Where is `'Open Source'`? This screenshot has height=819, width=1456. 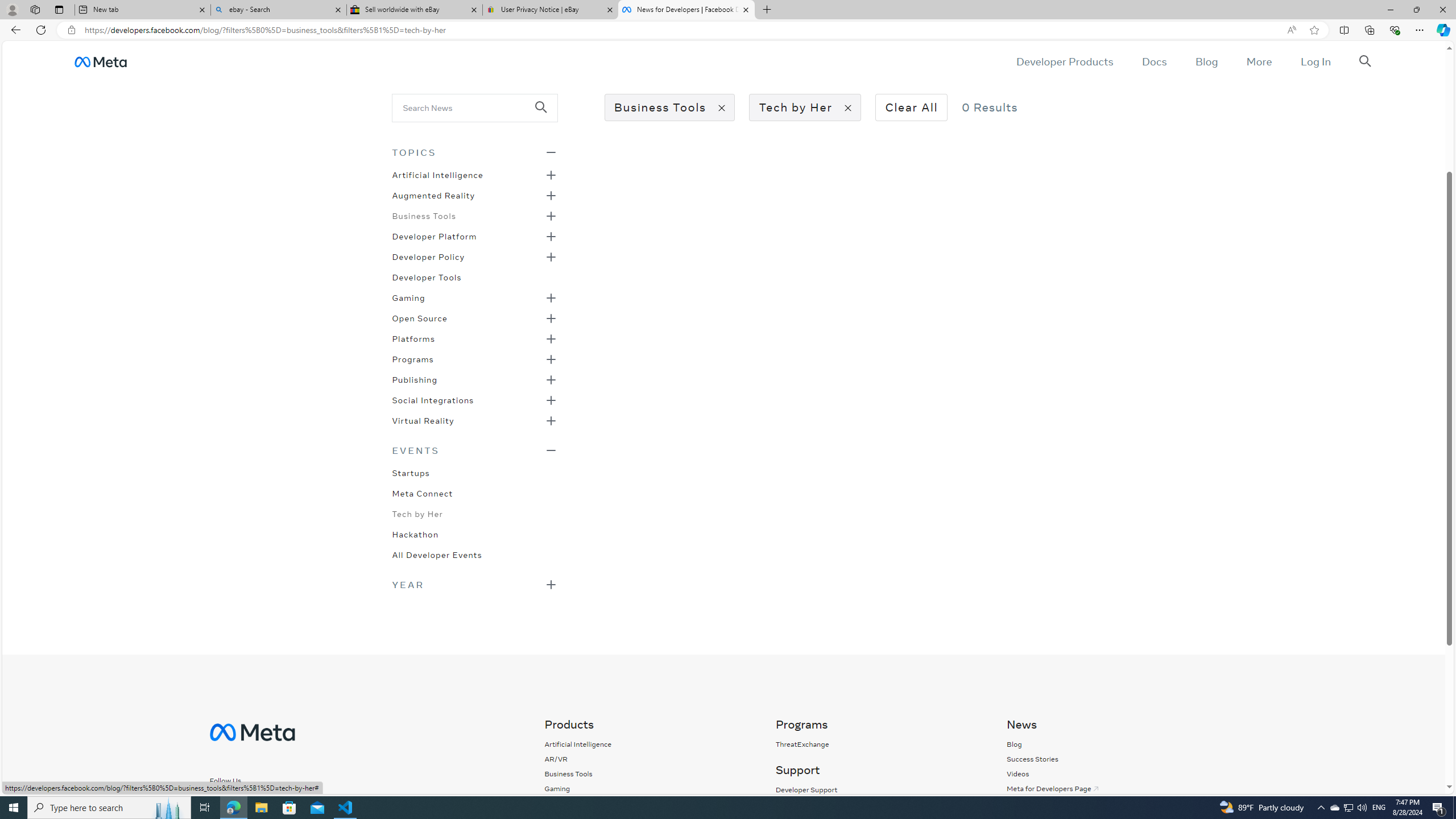 'Open Source' is located at coordinates (419, 317).